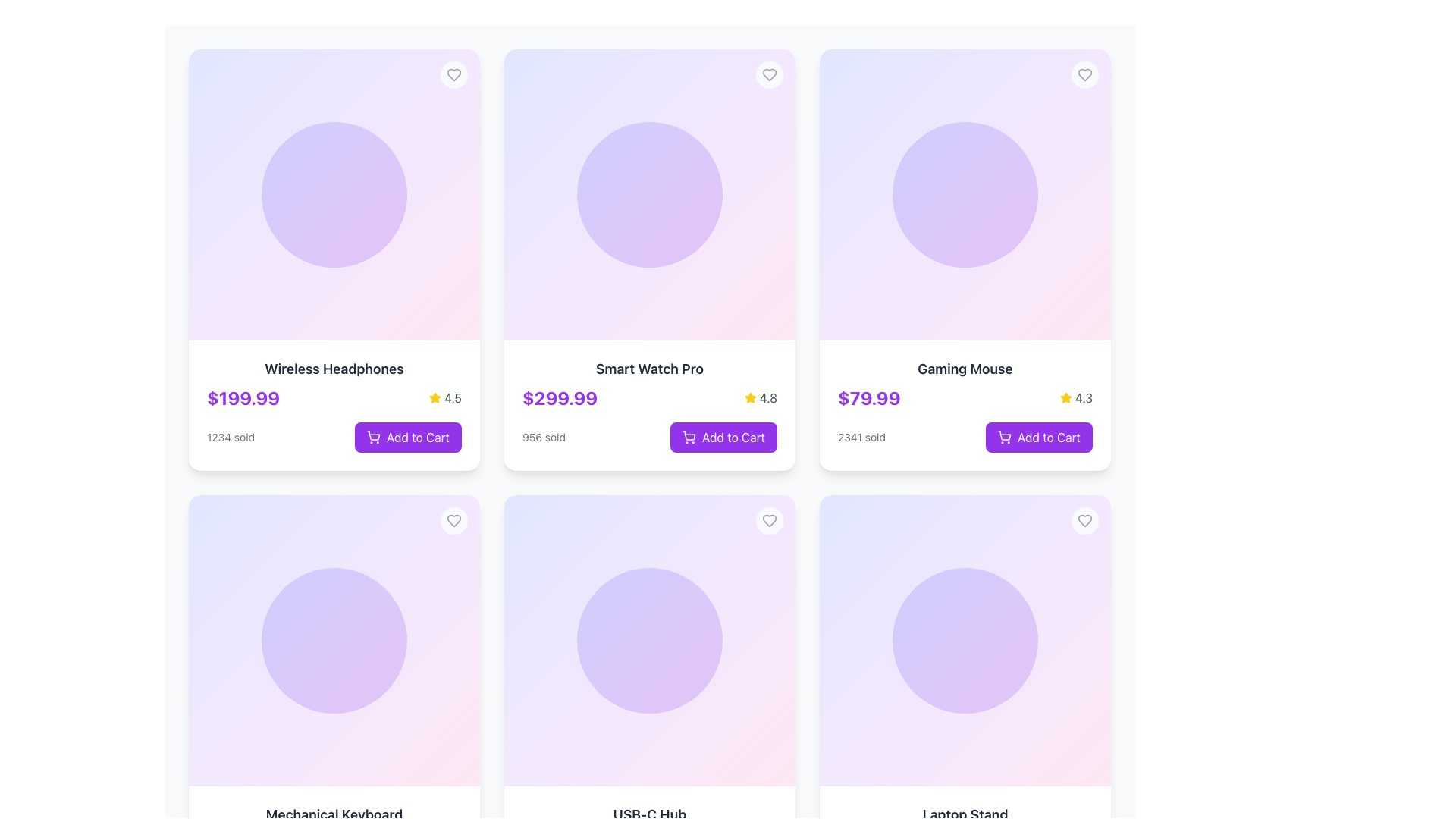  I want to click on displayed text '2341 sold' from the Text label below the price and rating elements in the product card for 'Gaming Mouse', so click(861, 438).